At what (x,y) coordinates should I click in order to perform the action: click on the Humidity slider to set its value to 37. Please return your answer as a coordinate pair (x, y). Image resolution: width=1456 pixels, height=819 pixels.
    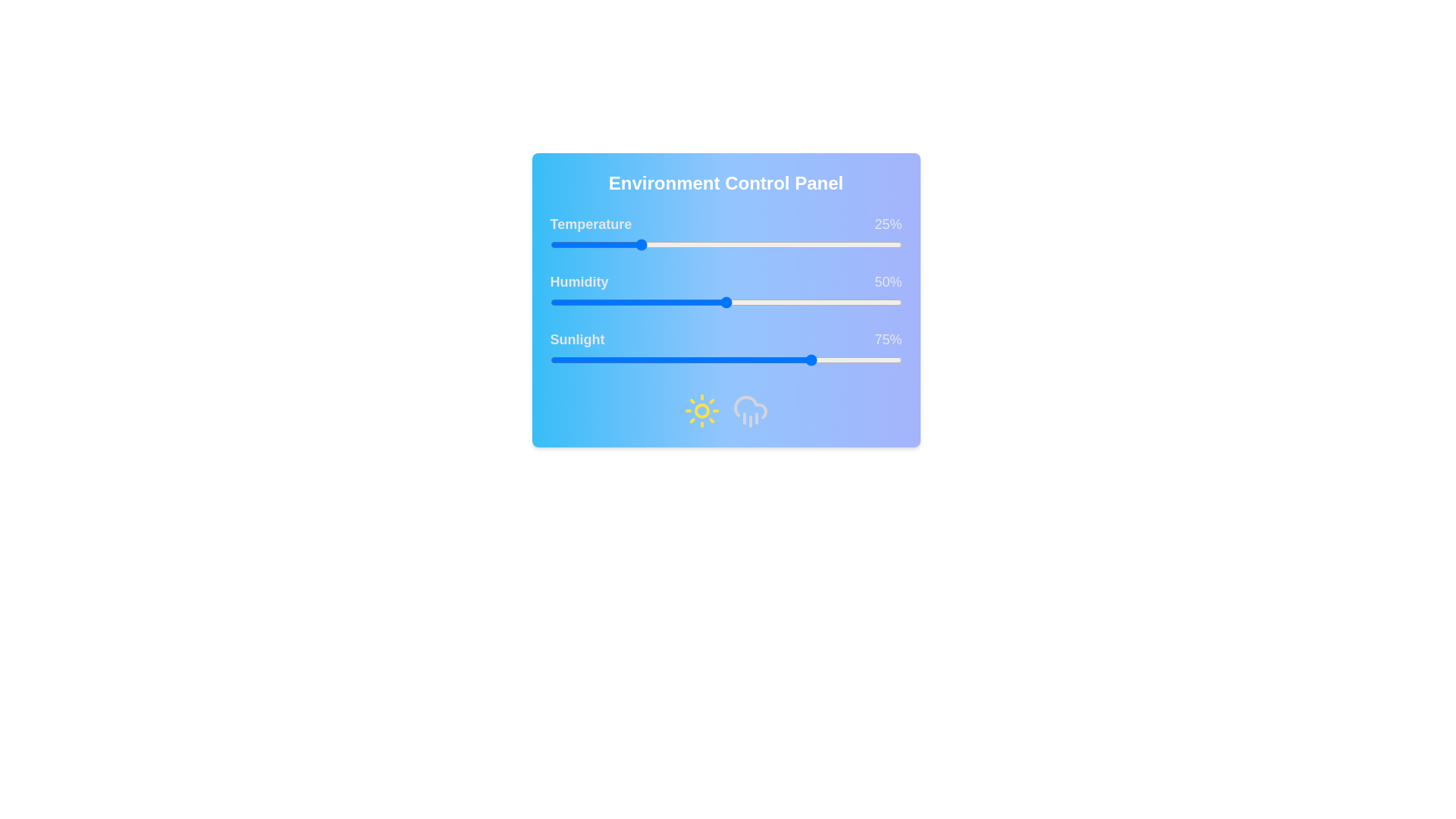
    Looking at the image, I should click on (679, 302).